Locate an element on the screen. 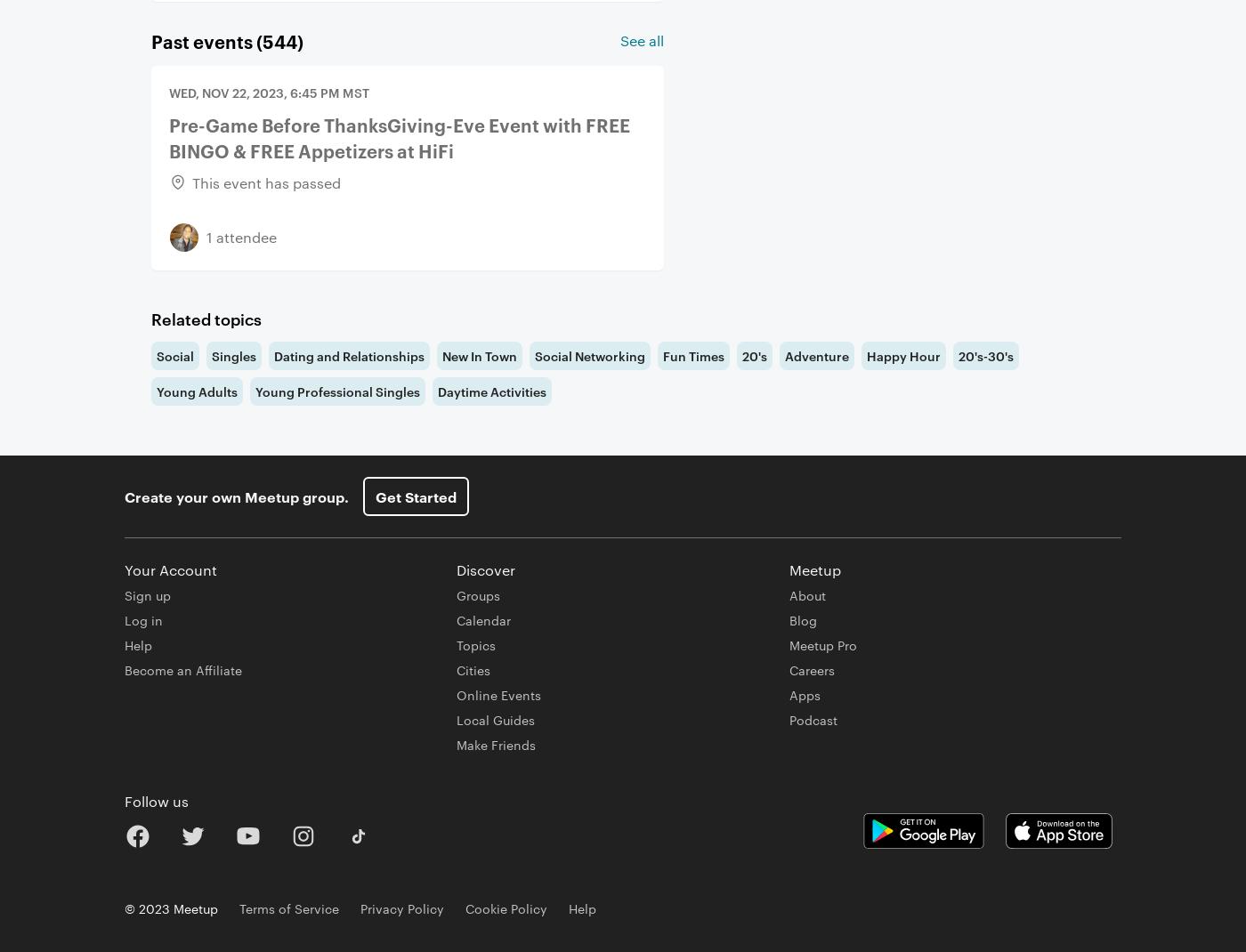 The image size is (1246, 952). 'Singles' is located at coordinates (234, 354).